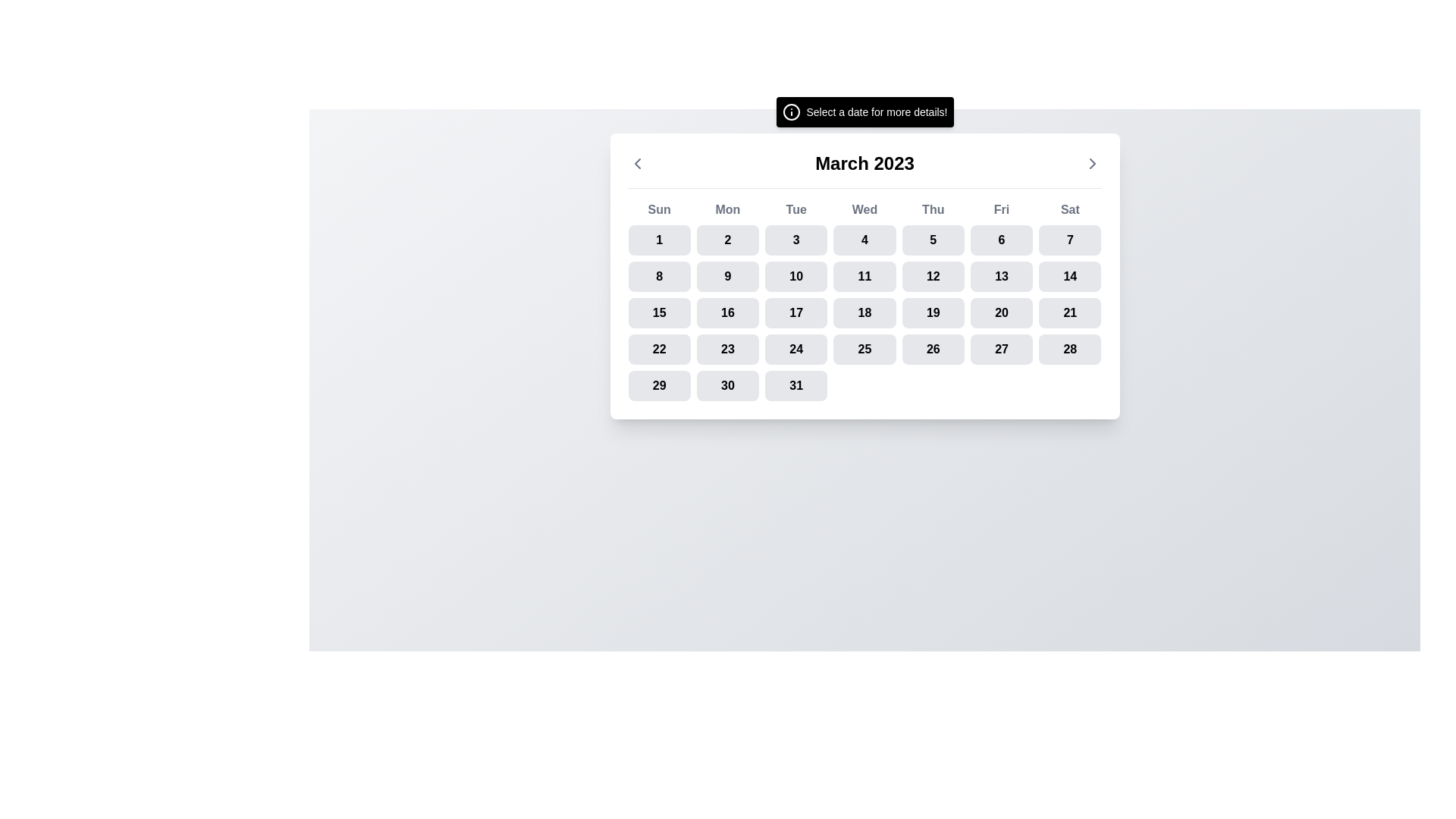 Image resolution: width=1456 pixels, height=819 pixels. Describe the element at coordinates (795, 350) in the screenshot. I see `the rounded rectangular button displaying the number '24' located in the fifth row and third column of the calendar grid` at that location.